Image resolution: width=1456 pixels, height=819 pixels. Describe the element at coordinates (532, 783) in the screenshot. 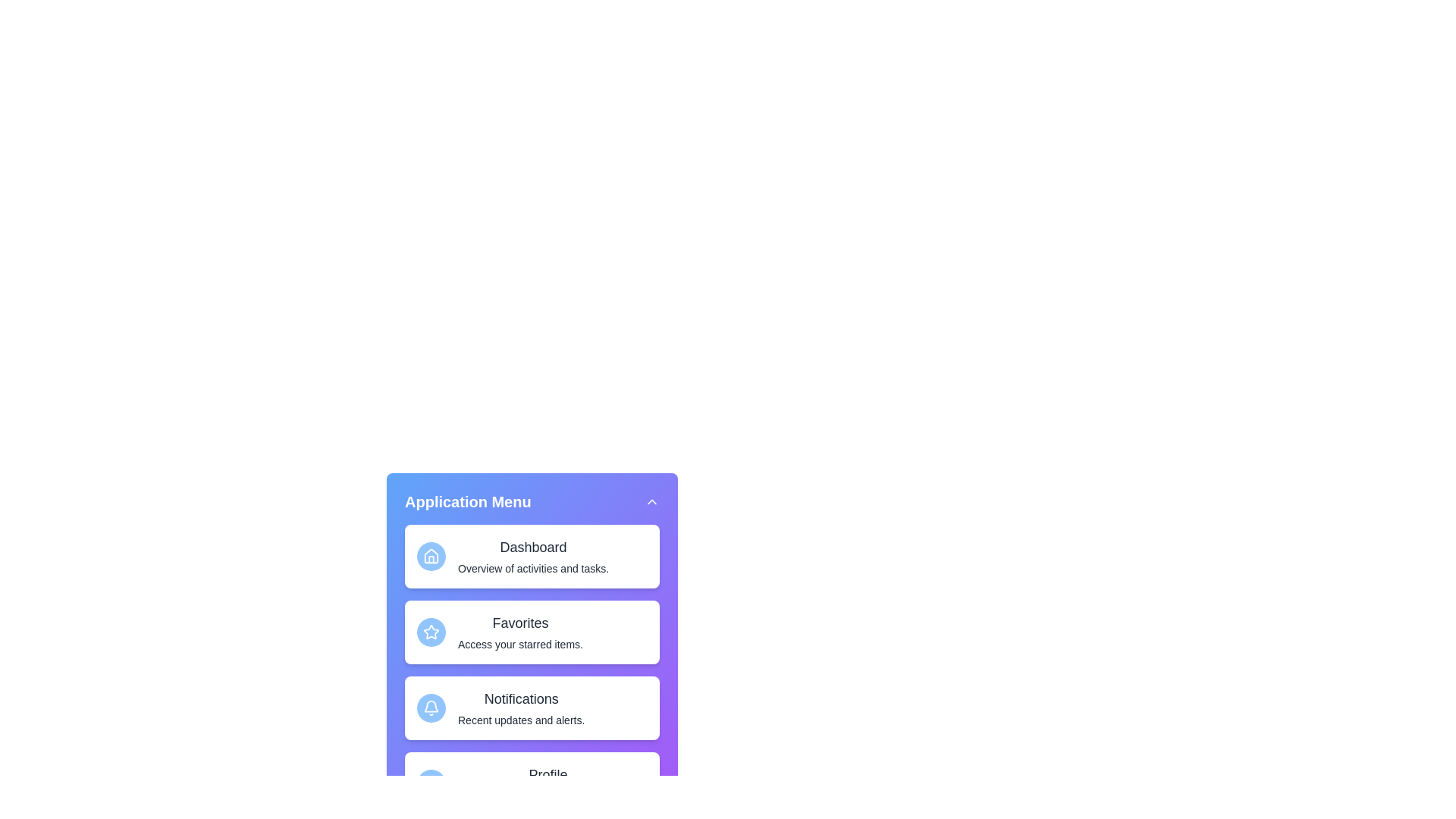

I see `the menu item Profile from the sidebar menu` at that location.